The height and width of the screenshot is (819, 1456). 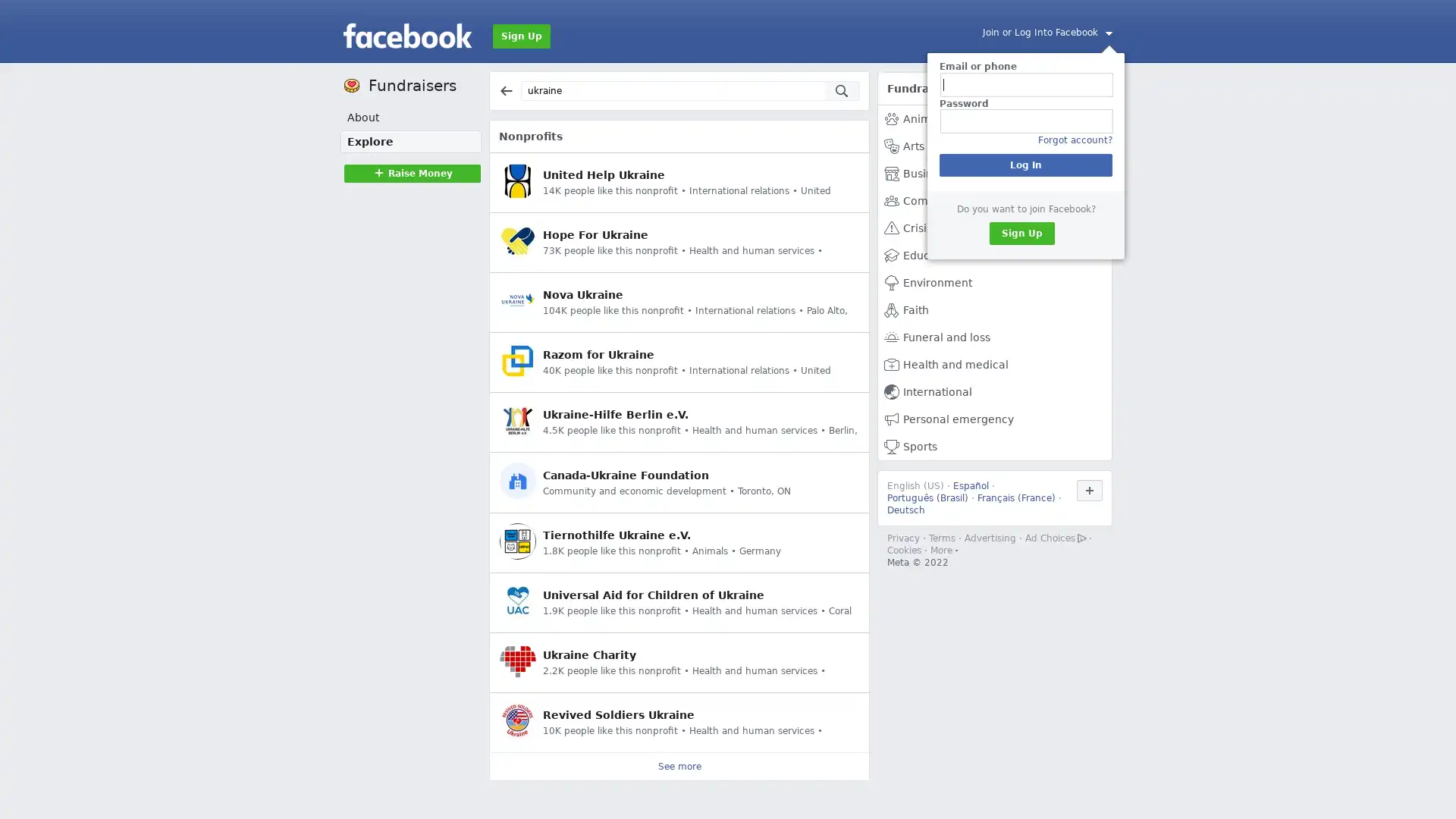 What do you see at coordinates (1026, 165) in the screenshot?
I see `Log In` at bounding box center [1026, 165].